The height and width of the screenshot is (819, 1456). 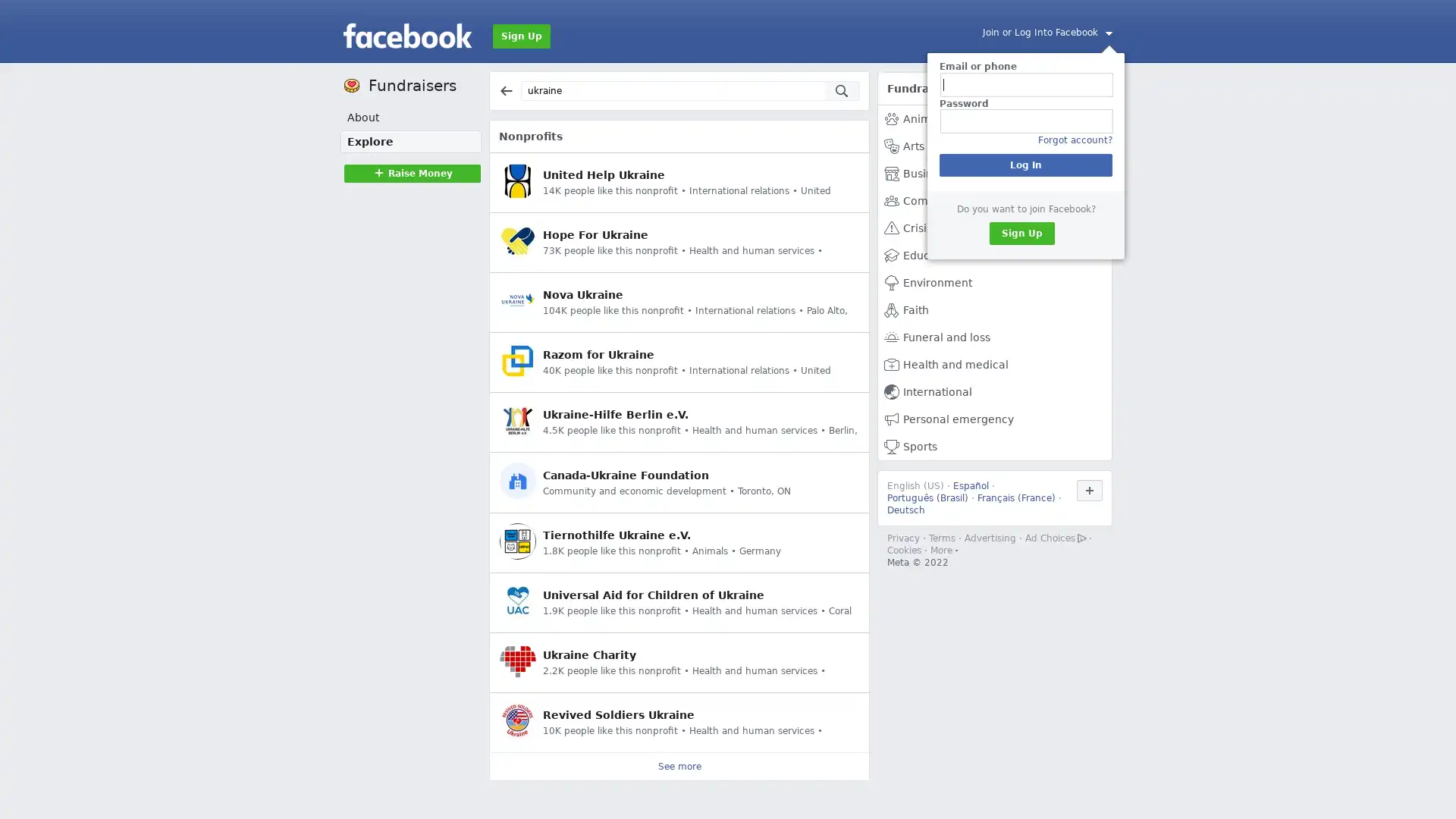 What do you see at coordinates (1026, 165) in the screenshot?
I see `Log In` at bounding box center [1026, 165].